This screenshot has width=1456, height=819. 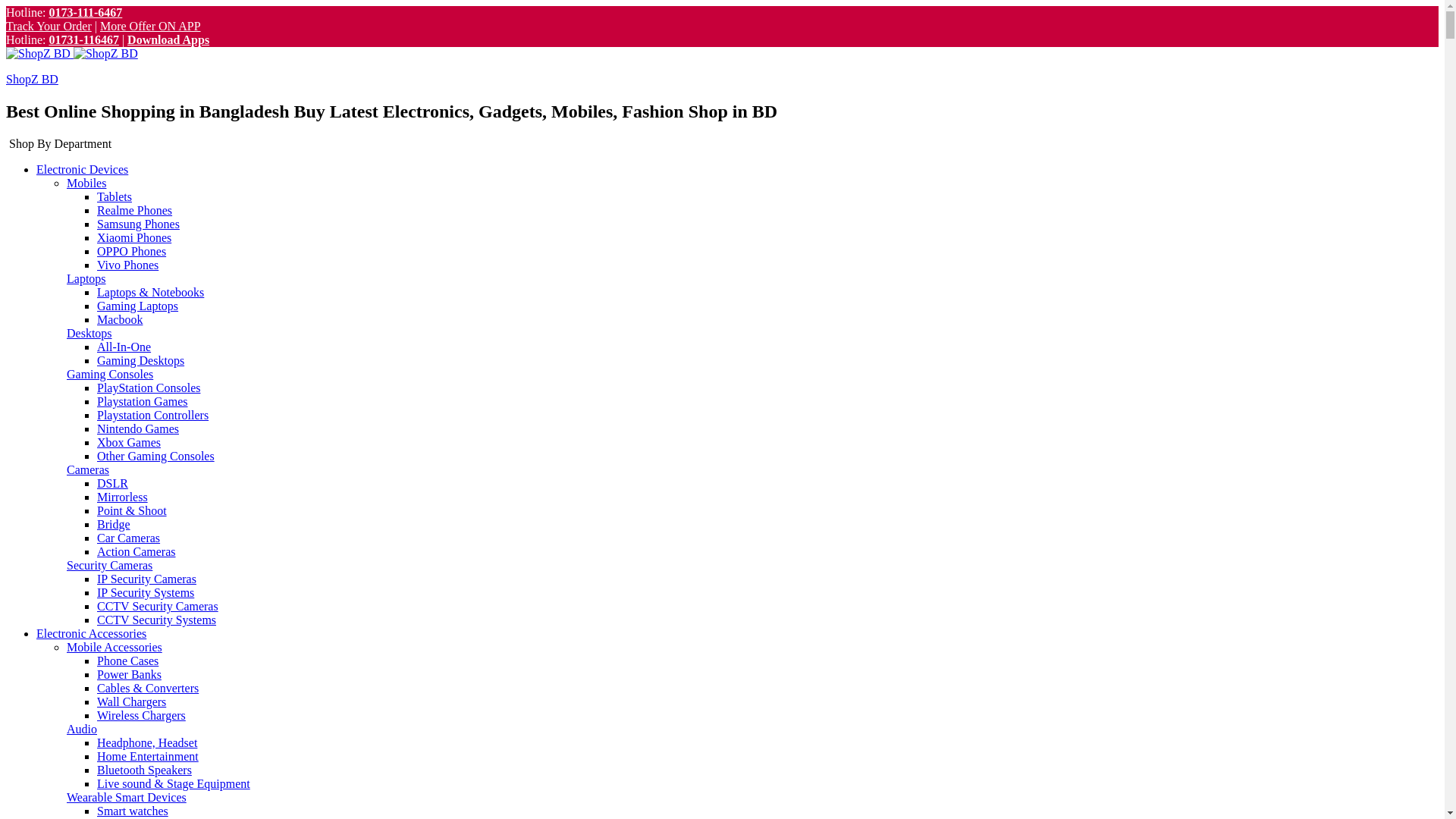 What do you see at coordinates (149, 387) in the screenshot?
I see `'PlayStation Consoles'` at bounding box center [149, 387].